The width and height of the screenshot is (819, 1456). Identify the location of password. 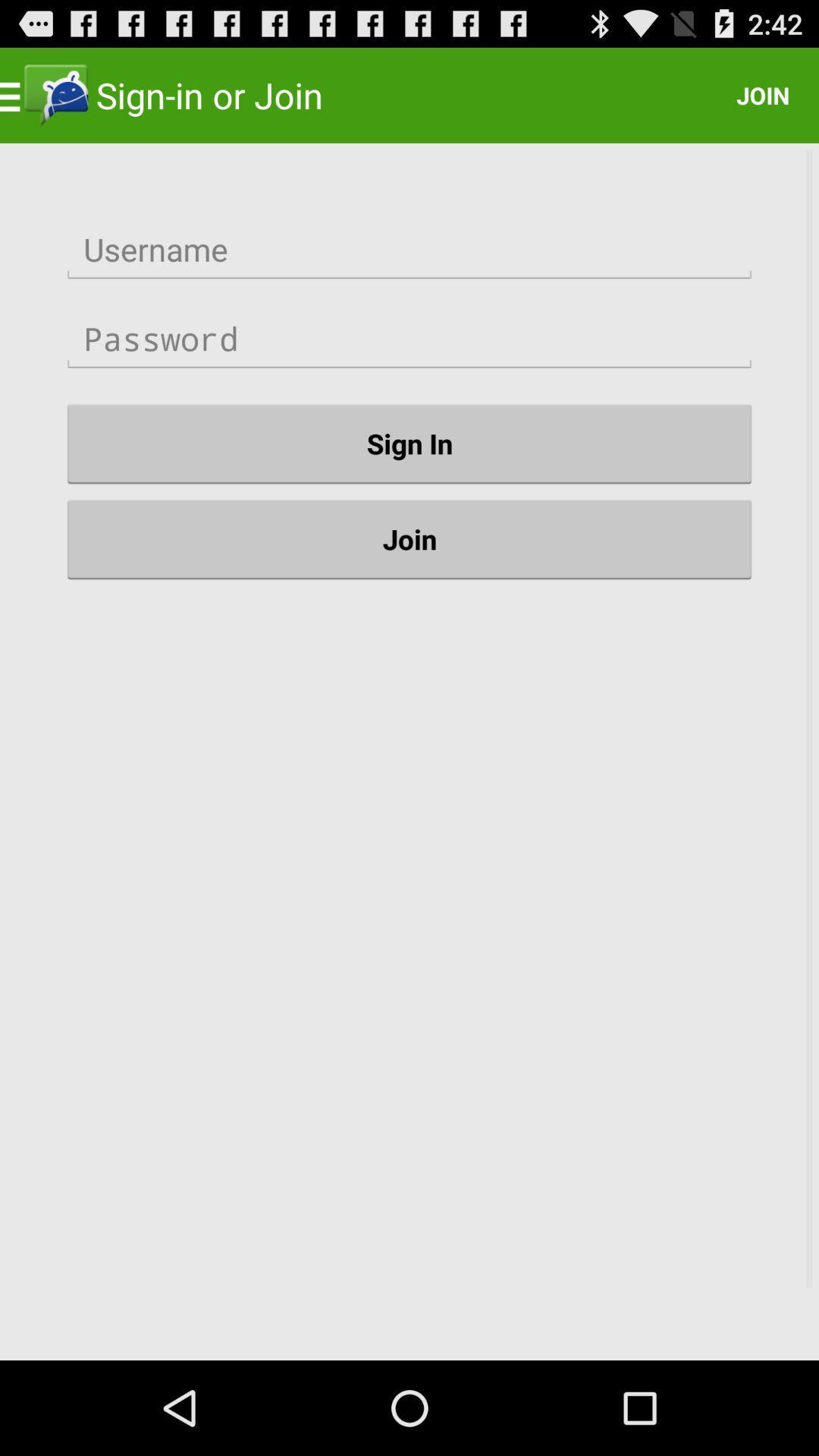
(409, 338).